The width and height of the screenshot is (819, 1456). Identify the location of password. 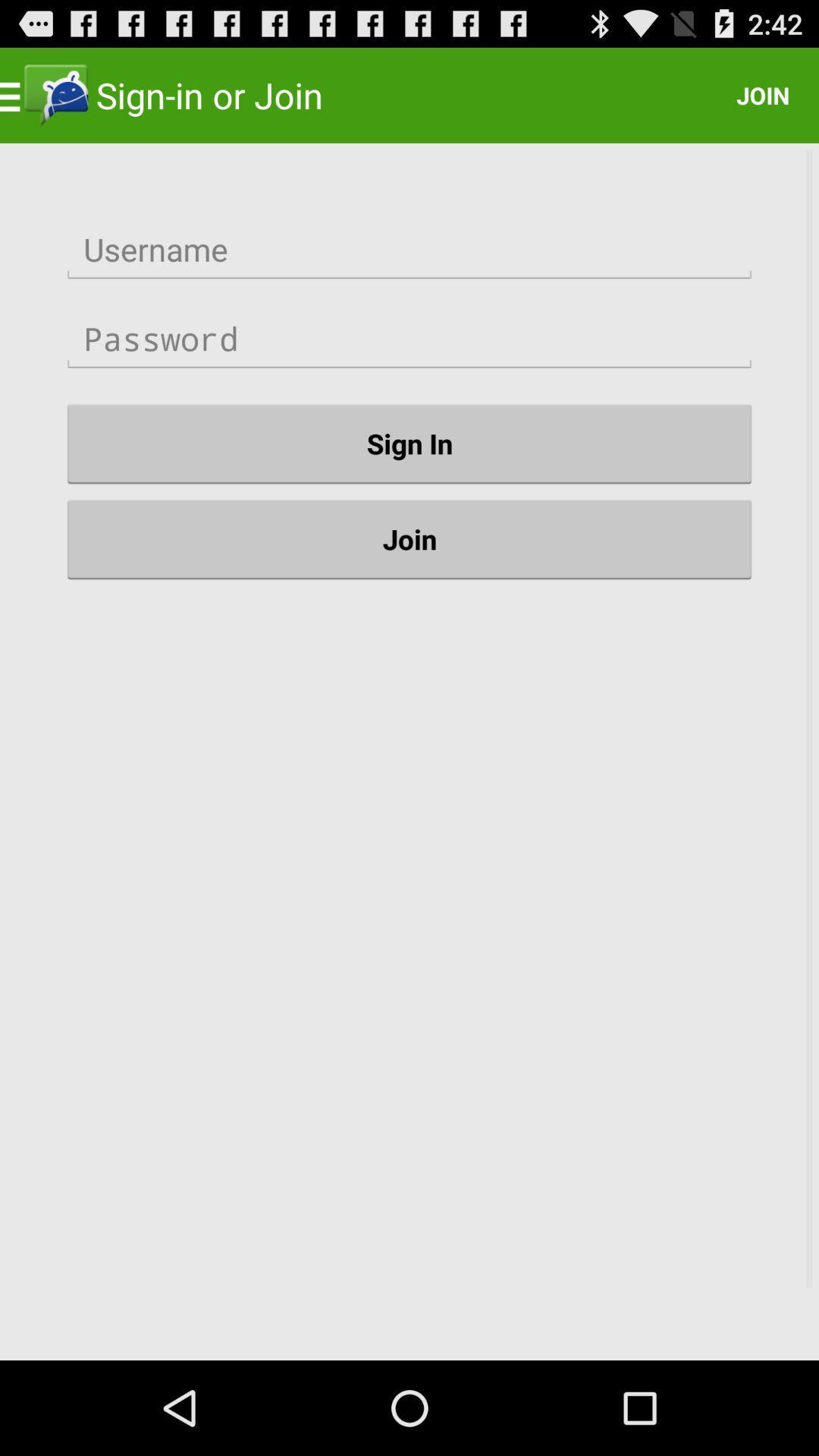
(409, 338).